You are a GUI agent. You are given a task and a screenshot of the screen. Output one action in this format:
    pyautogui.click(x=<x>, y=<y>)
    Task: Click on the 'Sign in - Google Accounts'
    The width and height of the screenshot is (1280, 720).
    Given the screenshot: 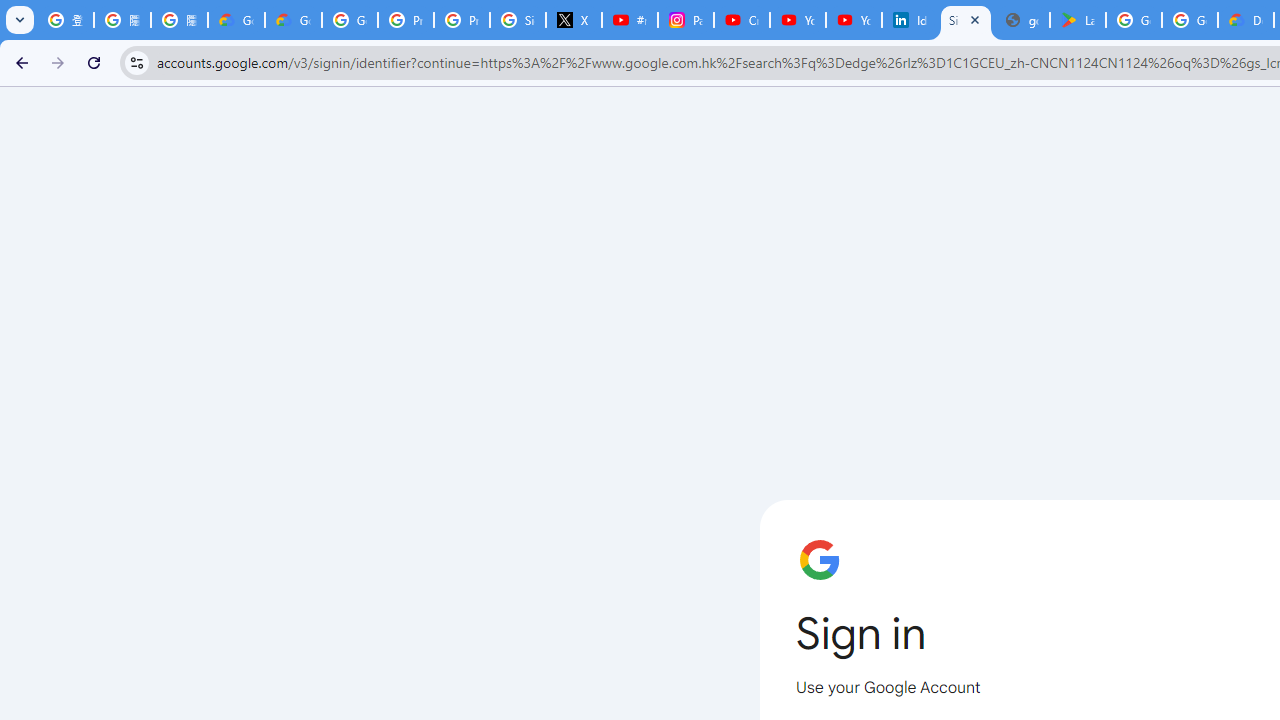 What is the action you would take?
    pyautogui.click(x=966, y=20)
    